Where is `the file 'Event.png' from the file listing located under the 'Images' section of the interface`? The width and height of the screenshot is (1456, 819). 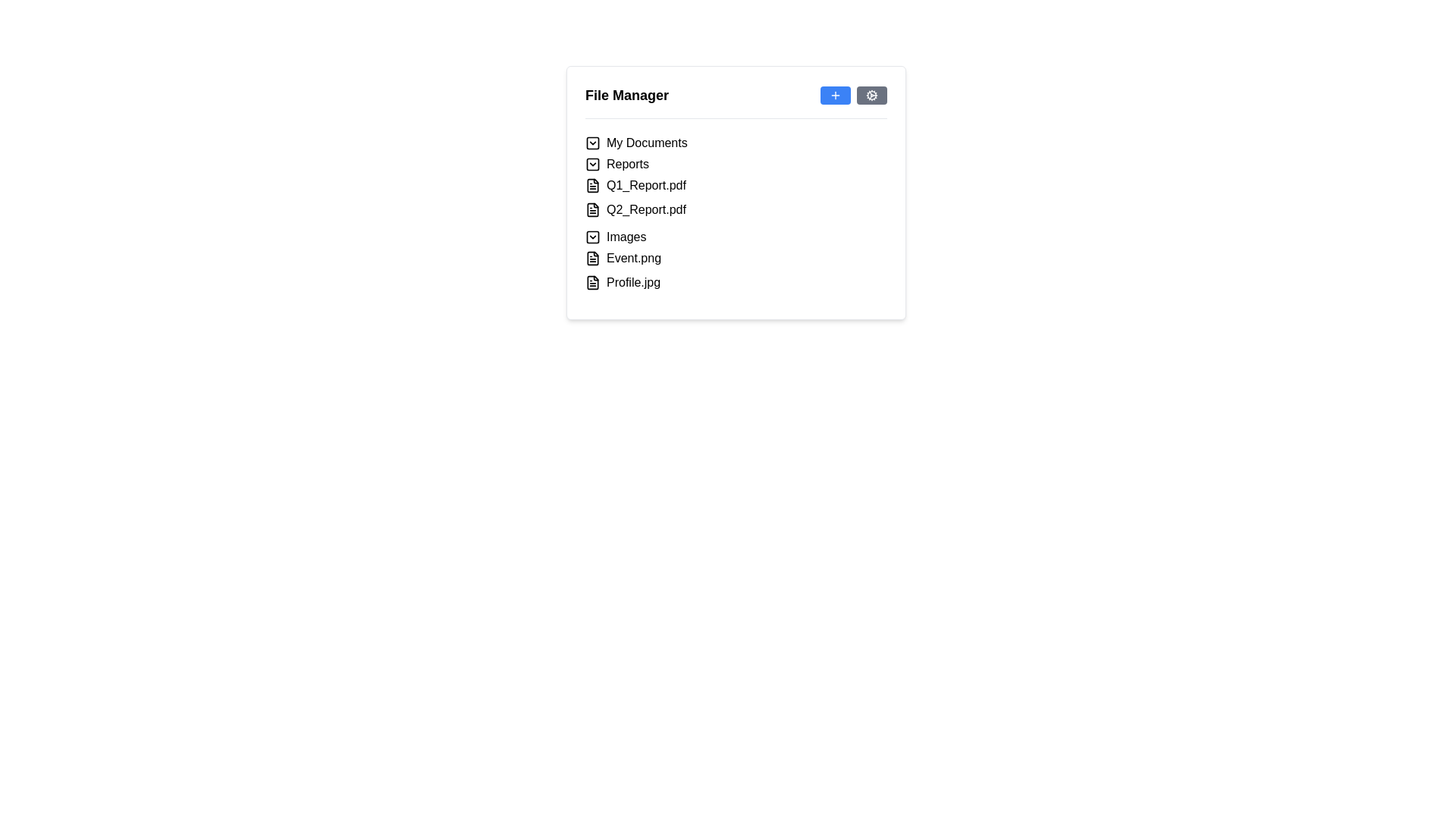 the file 'Event.png' from the file listing located under the 'Images' section of the interface is located at coordinates (736, 270).